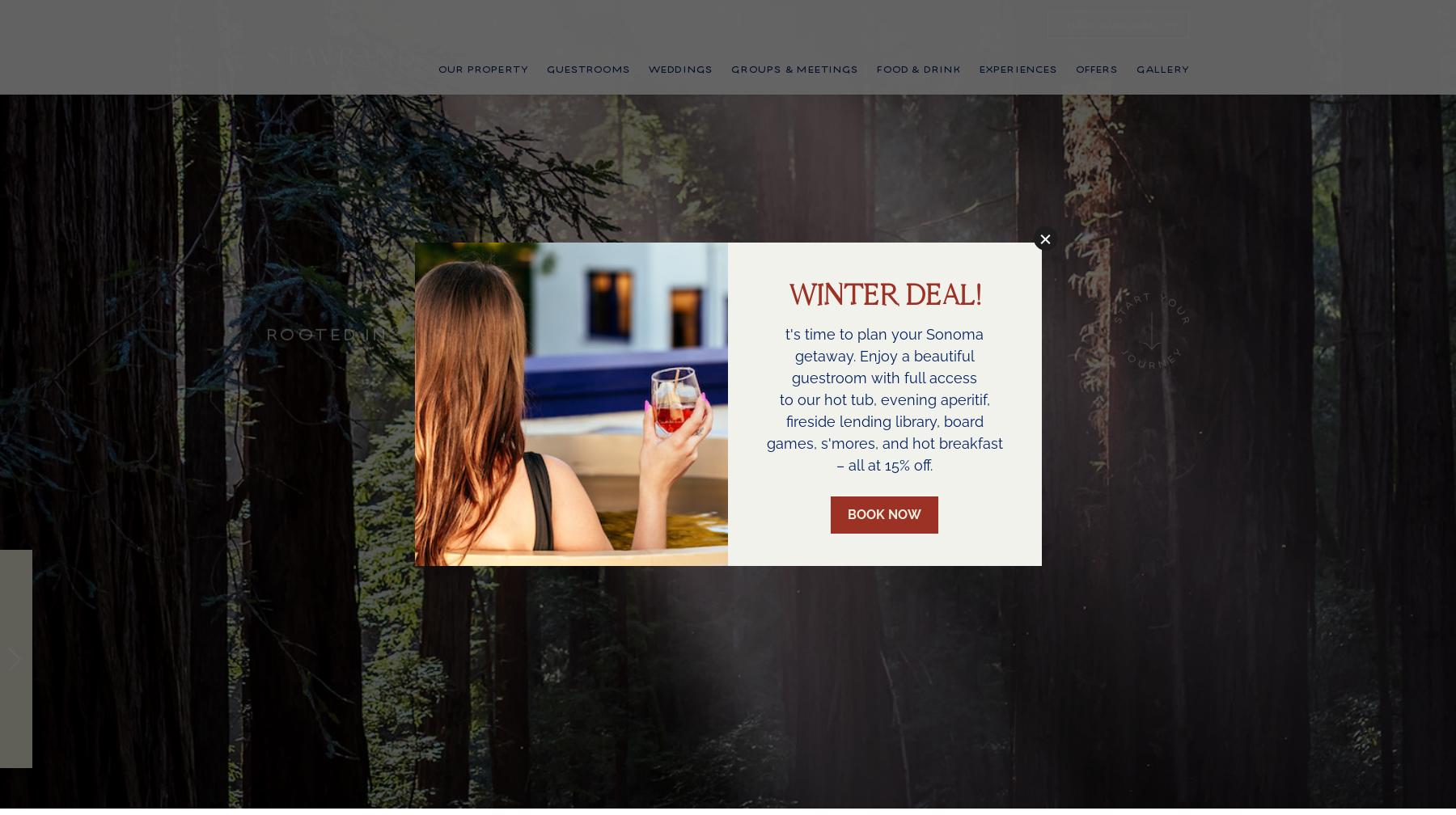  Describe the element at coordinates (392, 611) in the screenshot. I see `'Natural Wonder'` at that location.